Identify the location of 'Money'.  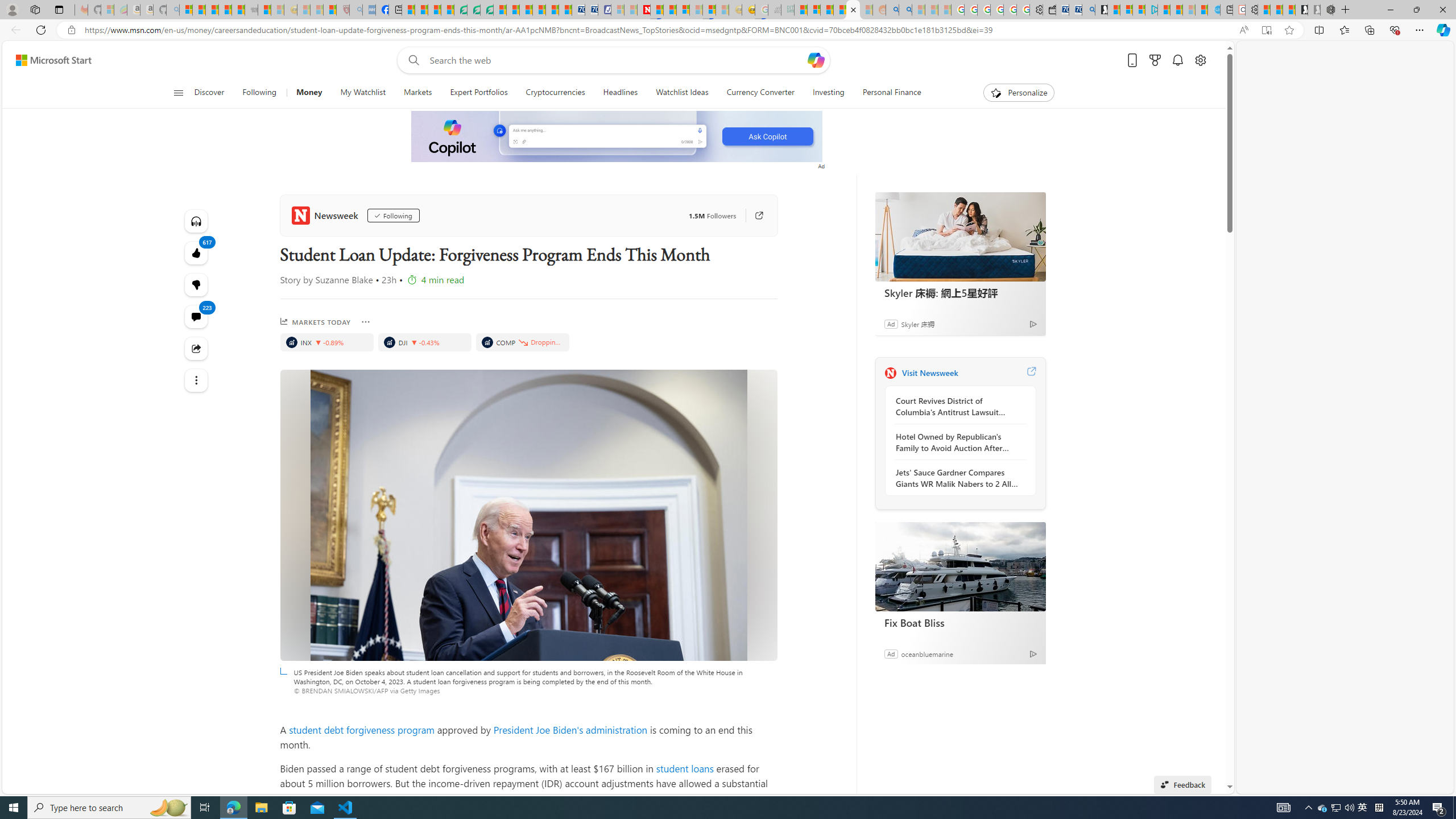
(308, 92).